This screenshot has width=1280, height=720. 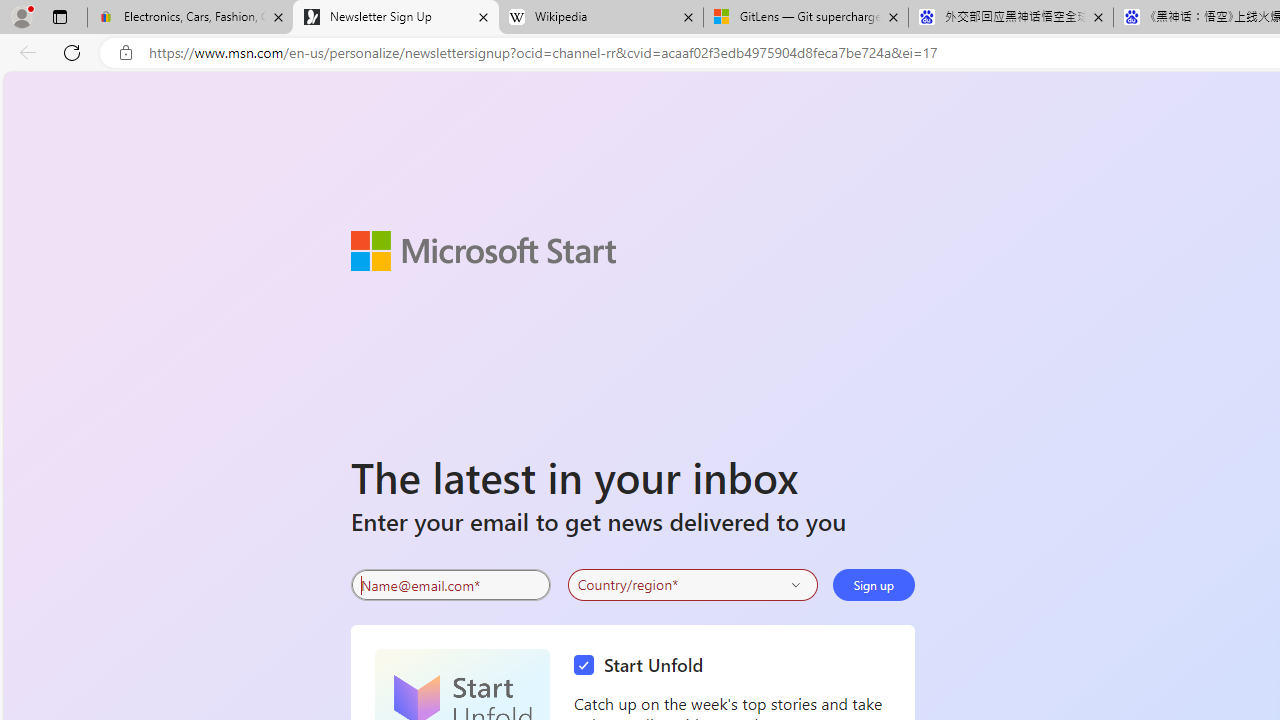 I want to click on 'Sign up', so click(x=873, y=585).